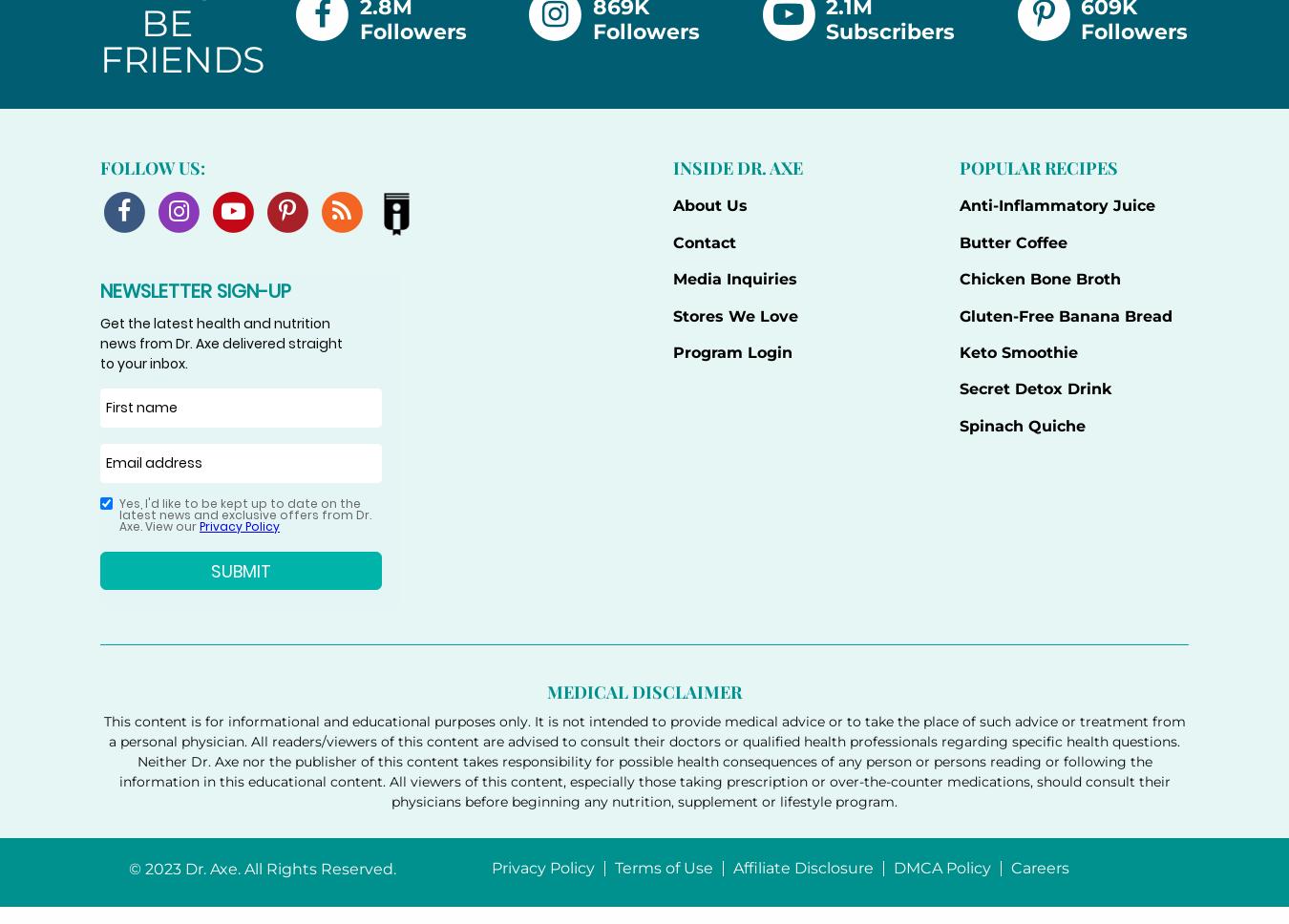  Describe the element at coordinates (1022, 424) in the screenshot. I see `'Spinach Quiche'` at that location.